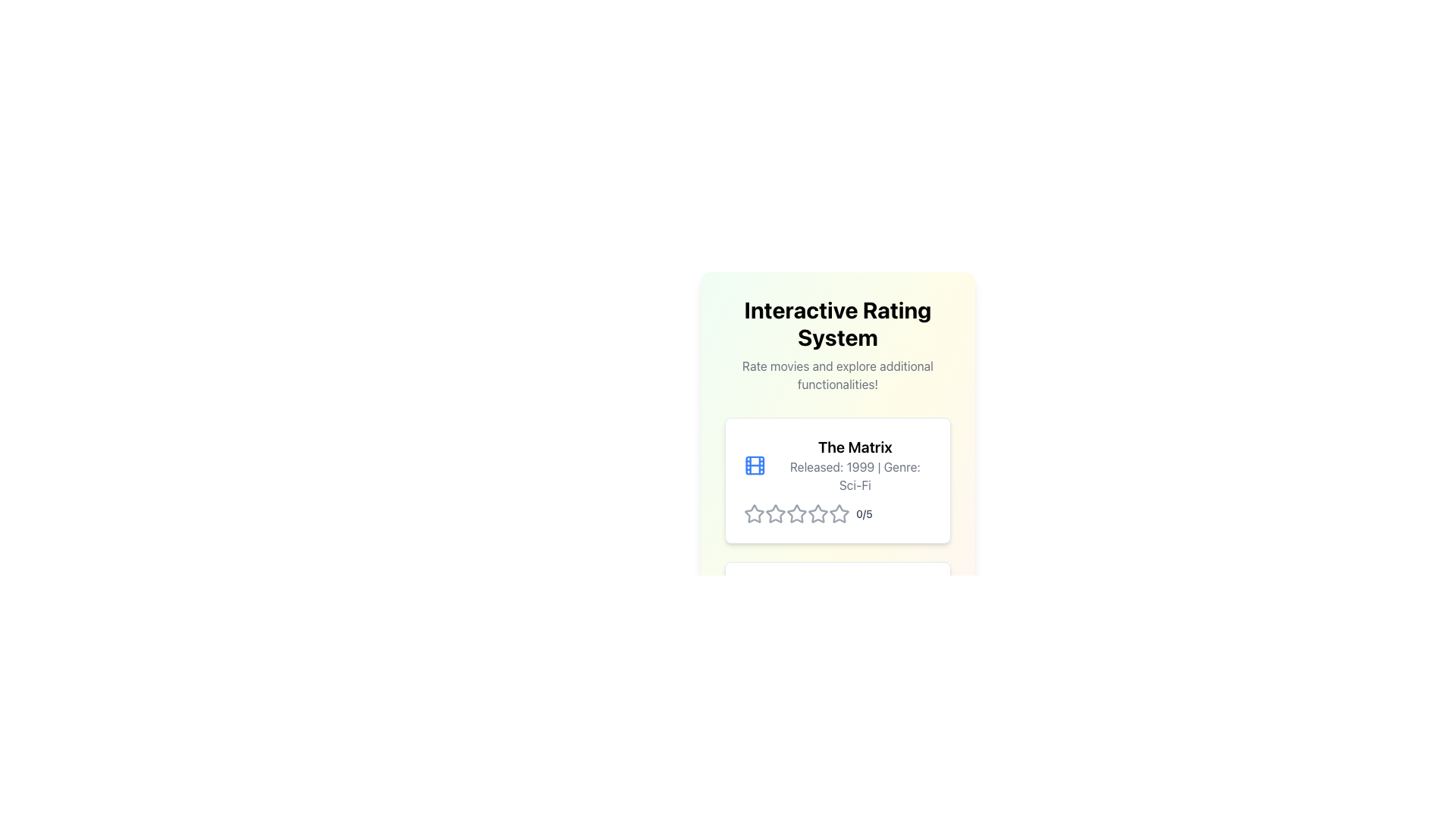 The width and height of the screenshot is (1456, 819). I want to click on the first gray-colored star with a hollow center, so click(775, 513).